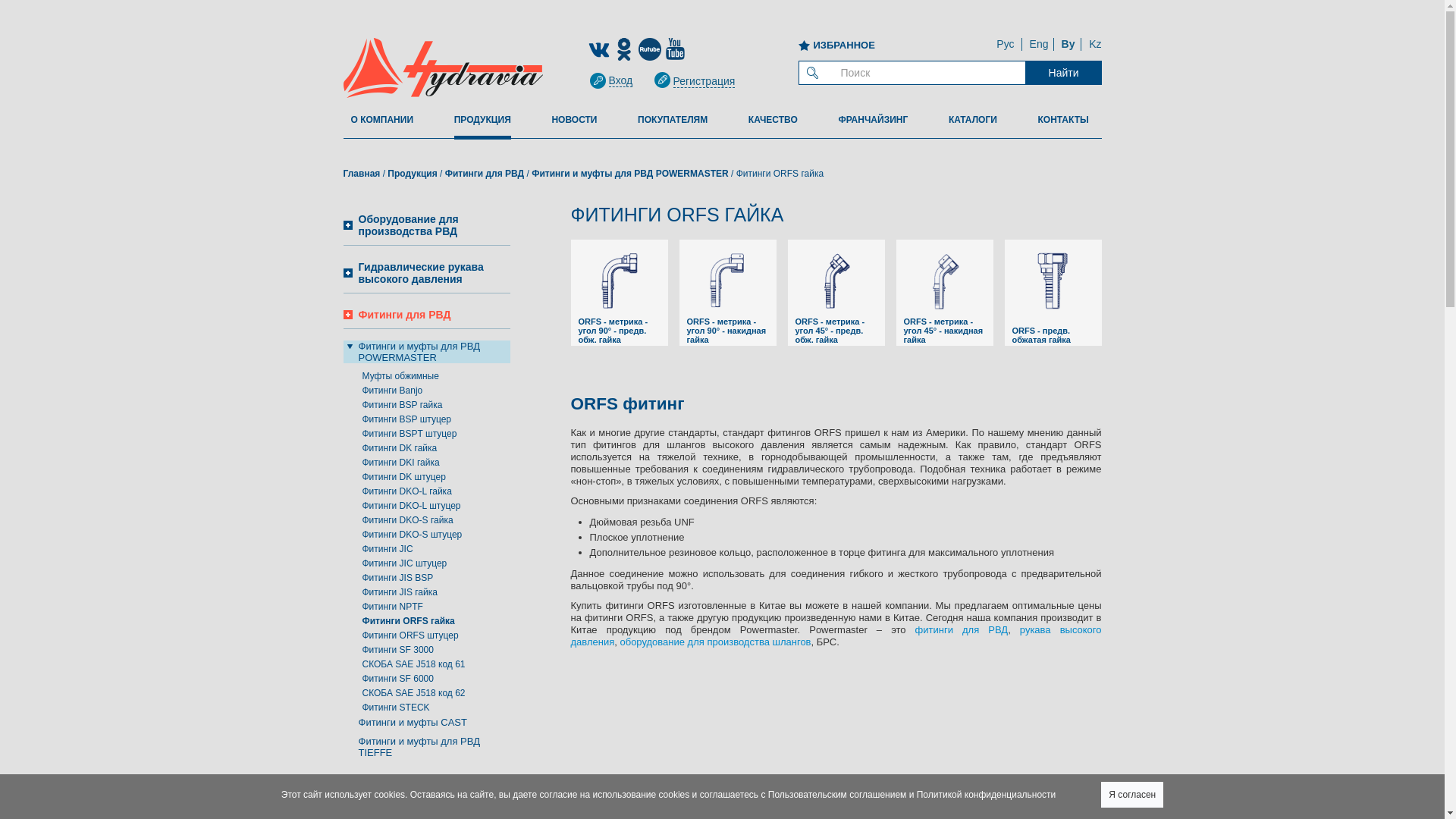  I want to click on 'Kz', so click(1095, 42).